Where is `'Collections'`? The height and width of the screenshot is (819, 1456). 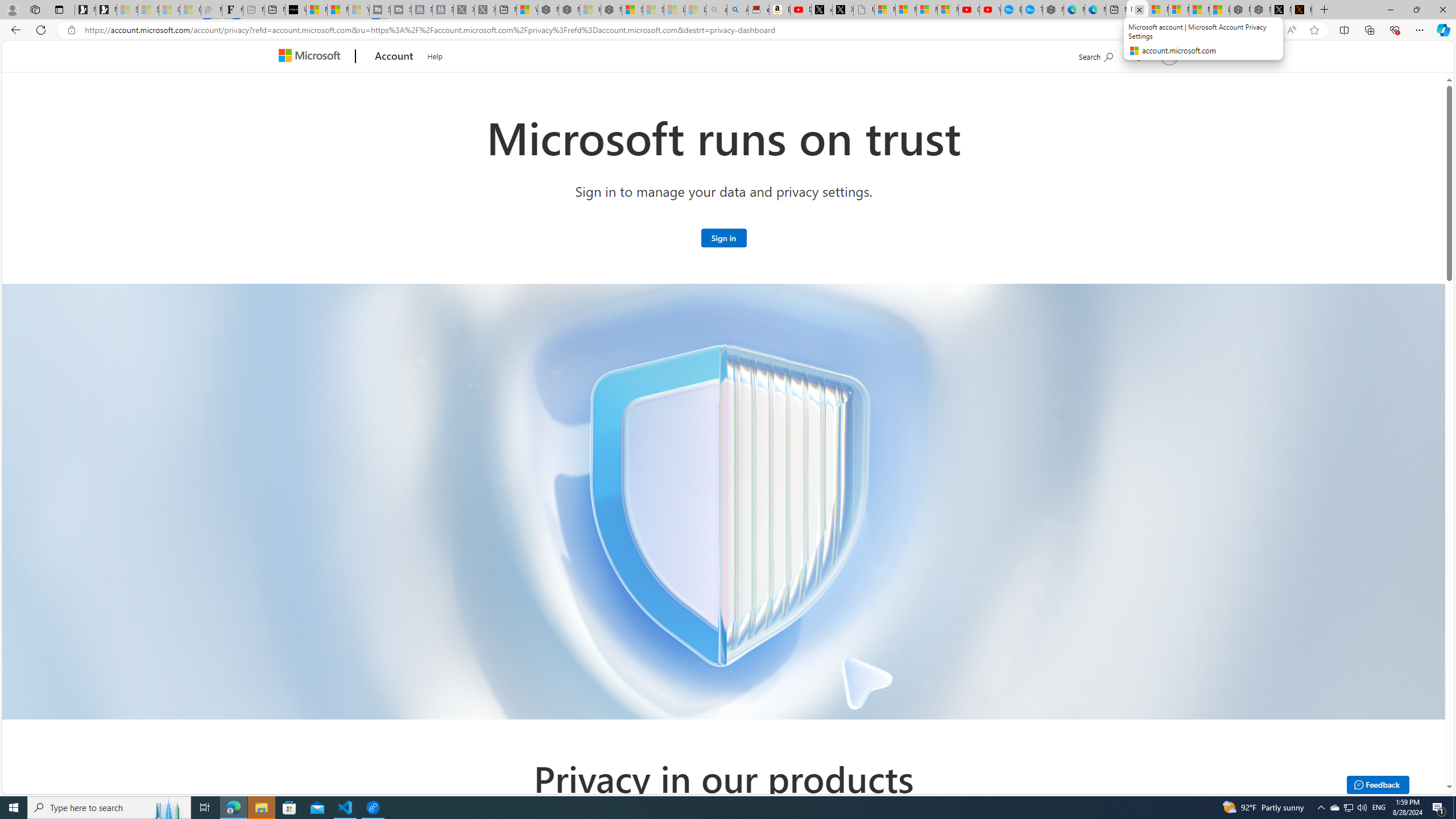 'Collections' is located at coordinates (1368, 29).